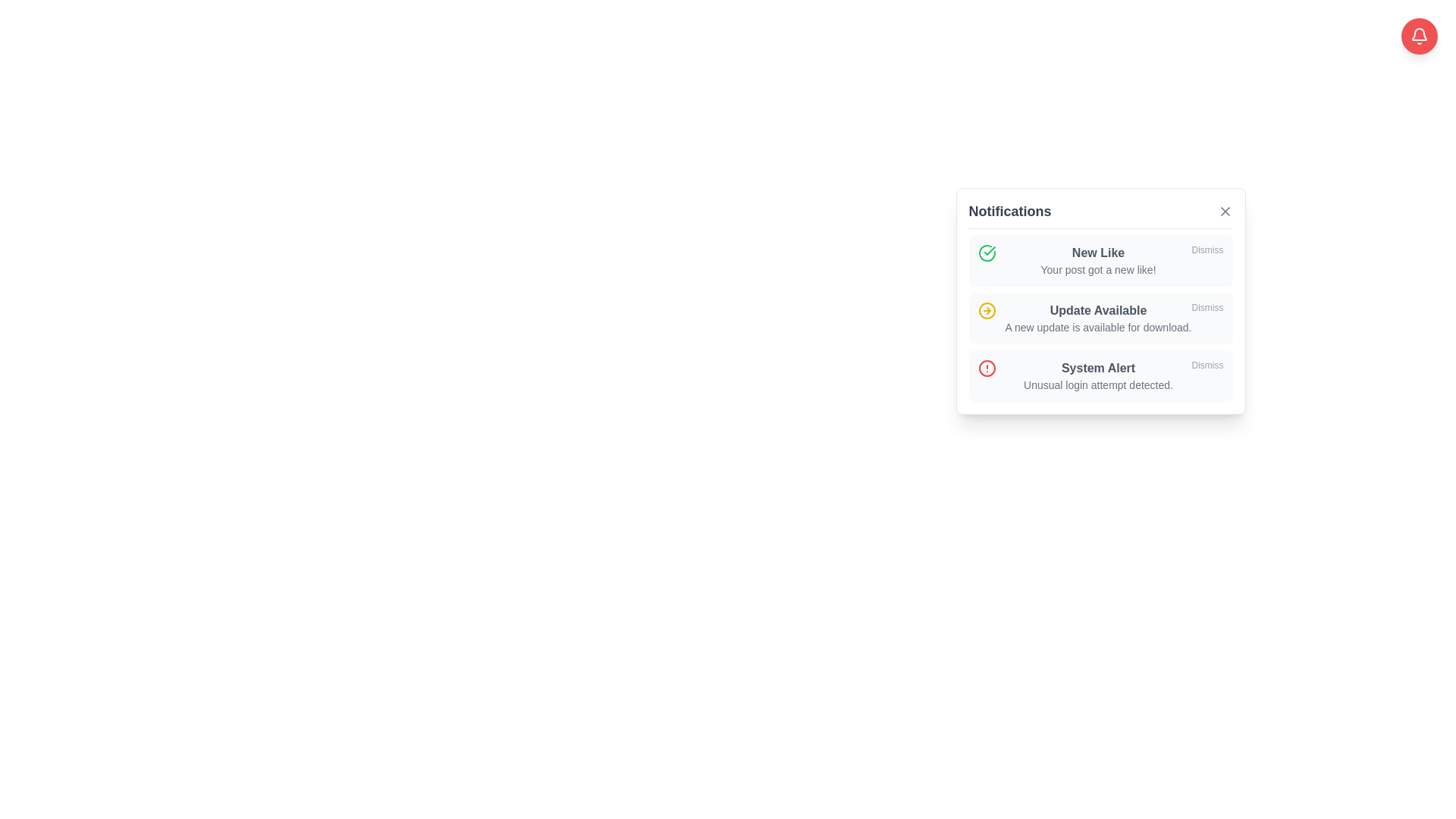 The height and width of the screenshot is (819, 1456). Describe the element at coordinates (1225, 211) in the screenshot. I see `the close button represented by an 'X' icon in the upper-right corner of the notification panel` at that location.